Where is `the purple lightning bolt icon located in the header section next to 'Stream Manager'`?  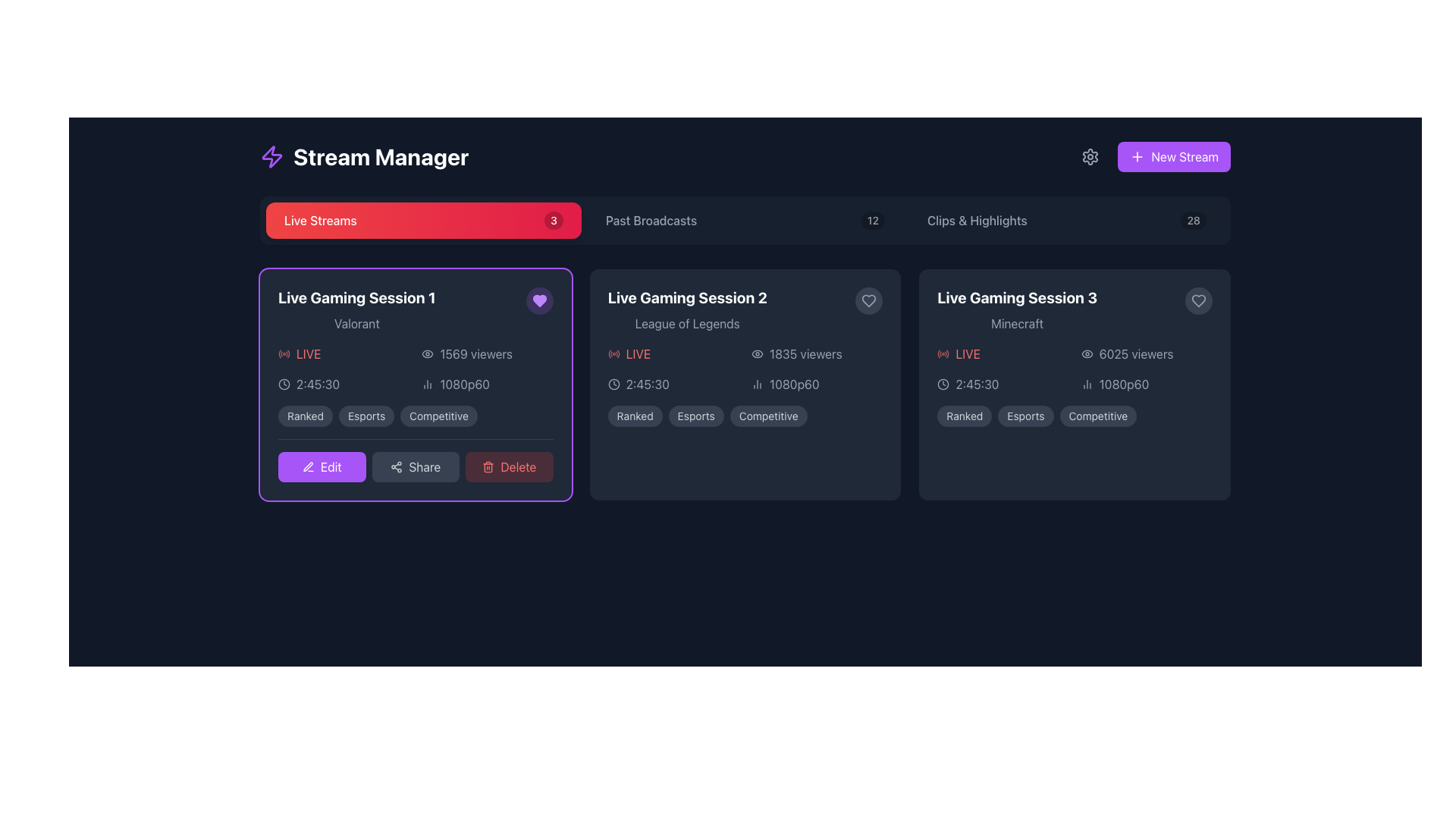
the purple lightning bolt icon located in the header section next to 'Stream Manager' is located at coordinates (272, 157).